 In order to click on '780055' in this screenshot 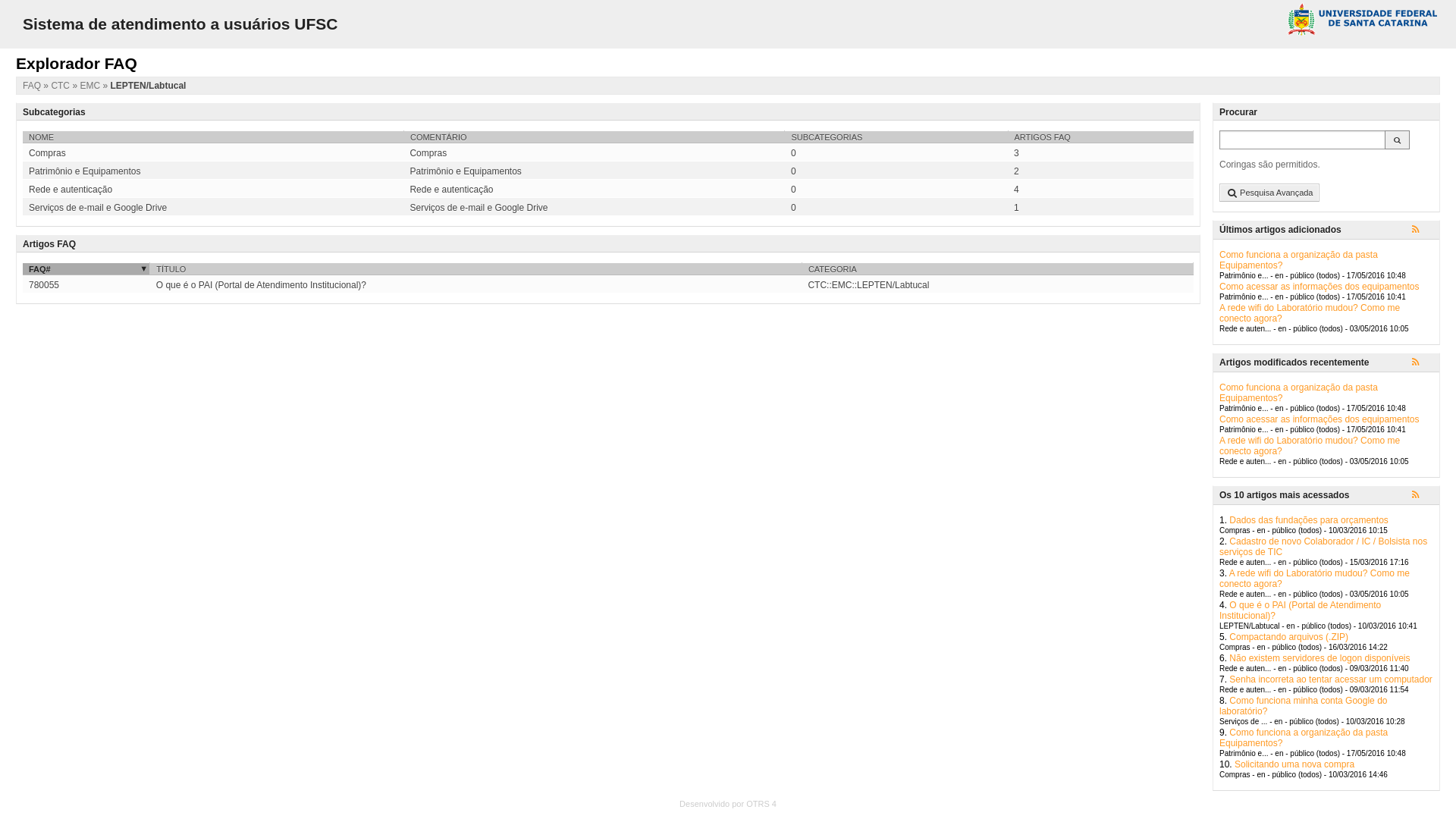, I will do `click(43, 284)`.